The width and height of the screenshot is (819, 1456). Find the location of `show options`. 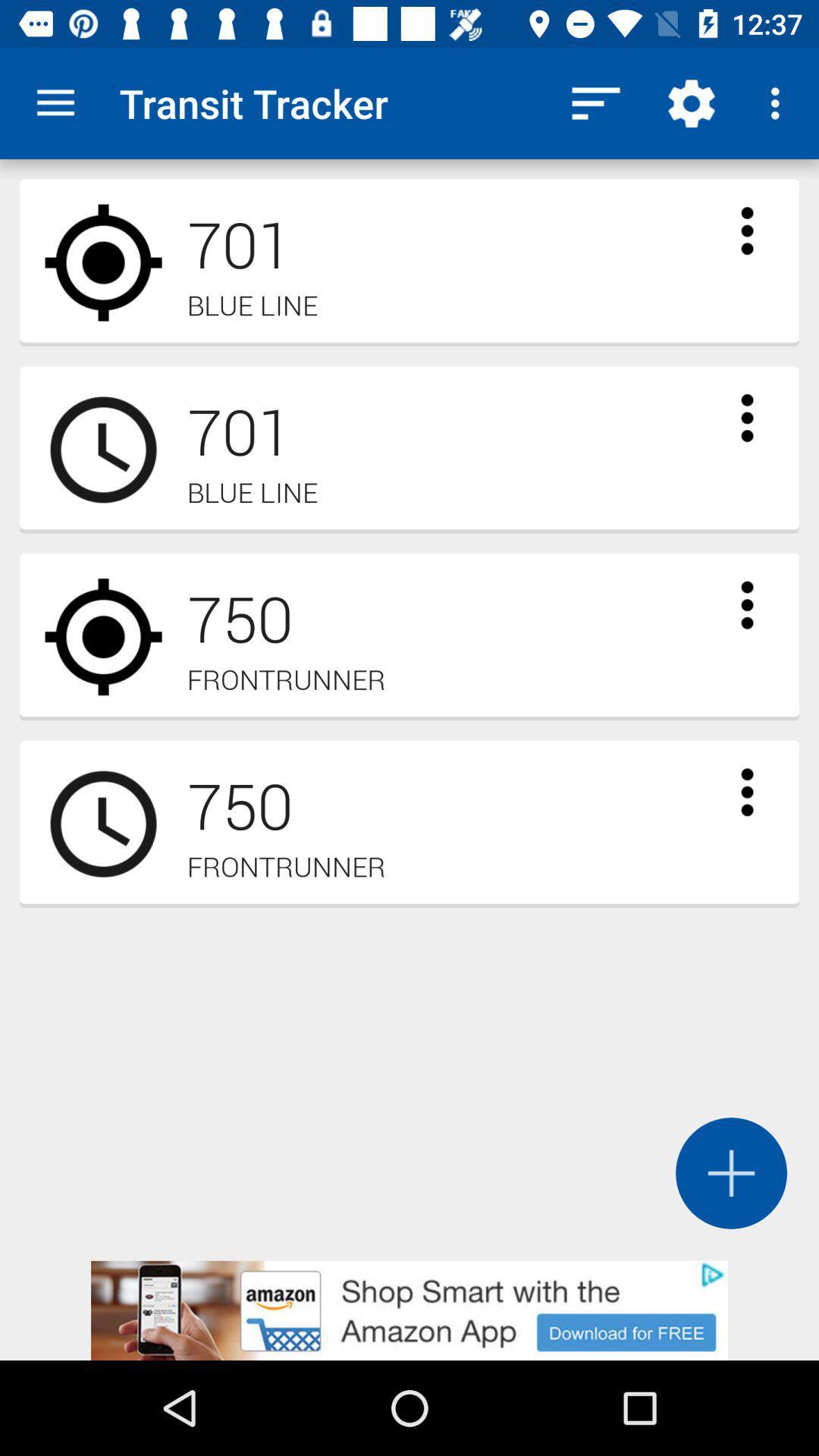

show options is located at coordinates (746, 604).